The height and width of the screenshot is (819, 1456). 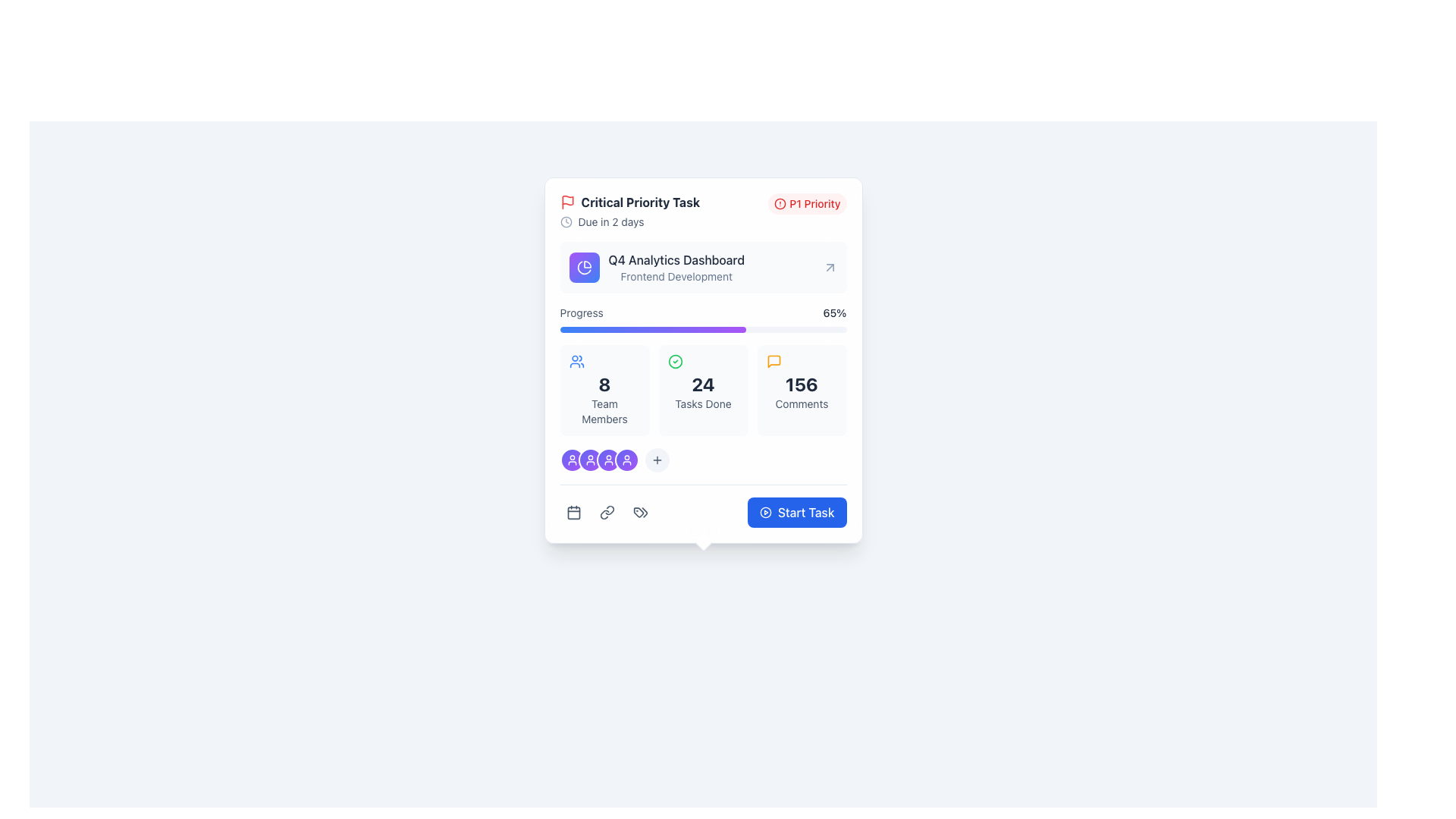 I want to click on the SVG Circle element representing an alert marker, located within the 'circle-alert' SVG element at the top-right of the interface, inside the 'P1 Priority' button, so click(x=780, y=203).